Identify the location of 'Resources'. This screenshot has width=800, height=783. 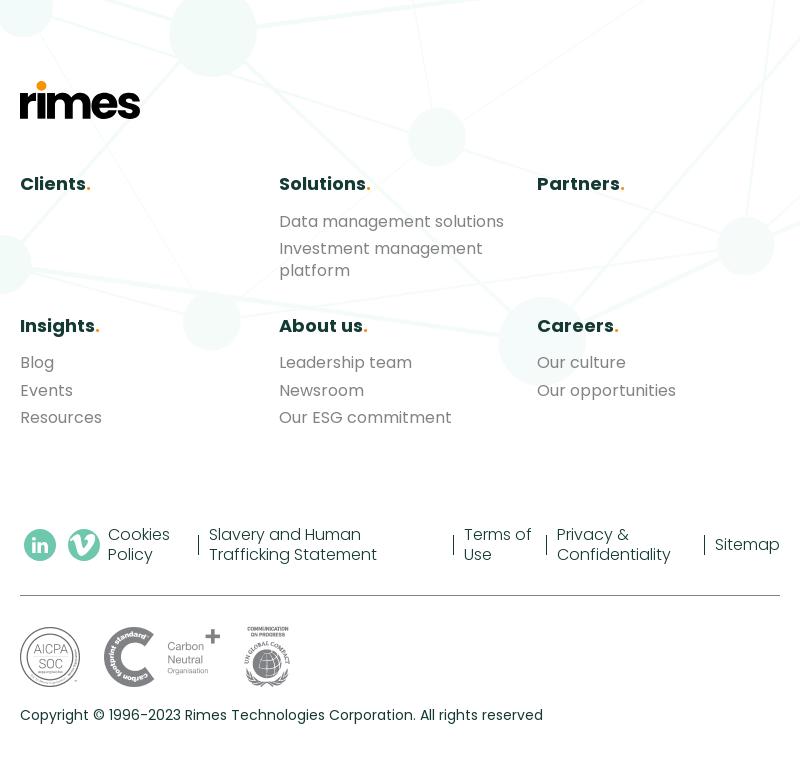
(20, 416).